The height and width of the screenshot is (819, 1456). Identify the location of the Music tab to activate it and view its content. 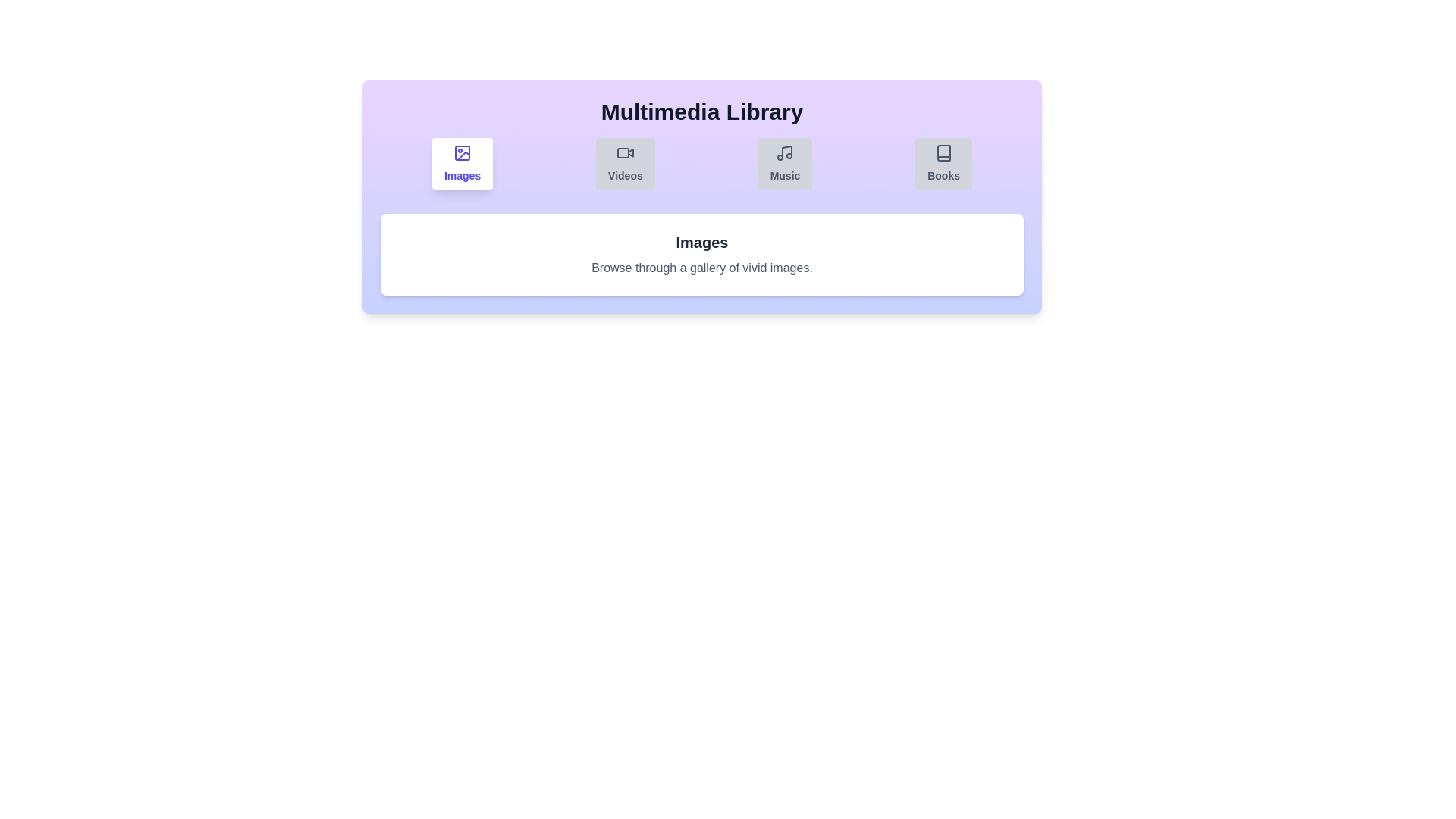
(785, 164).